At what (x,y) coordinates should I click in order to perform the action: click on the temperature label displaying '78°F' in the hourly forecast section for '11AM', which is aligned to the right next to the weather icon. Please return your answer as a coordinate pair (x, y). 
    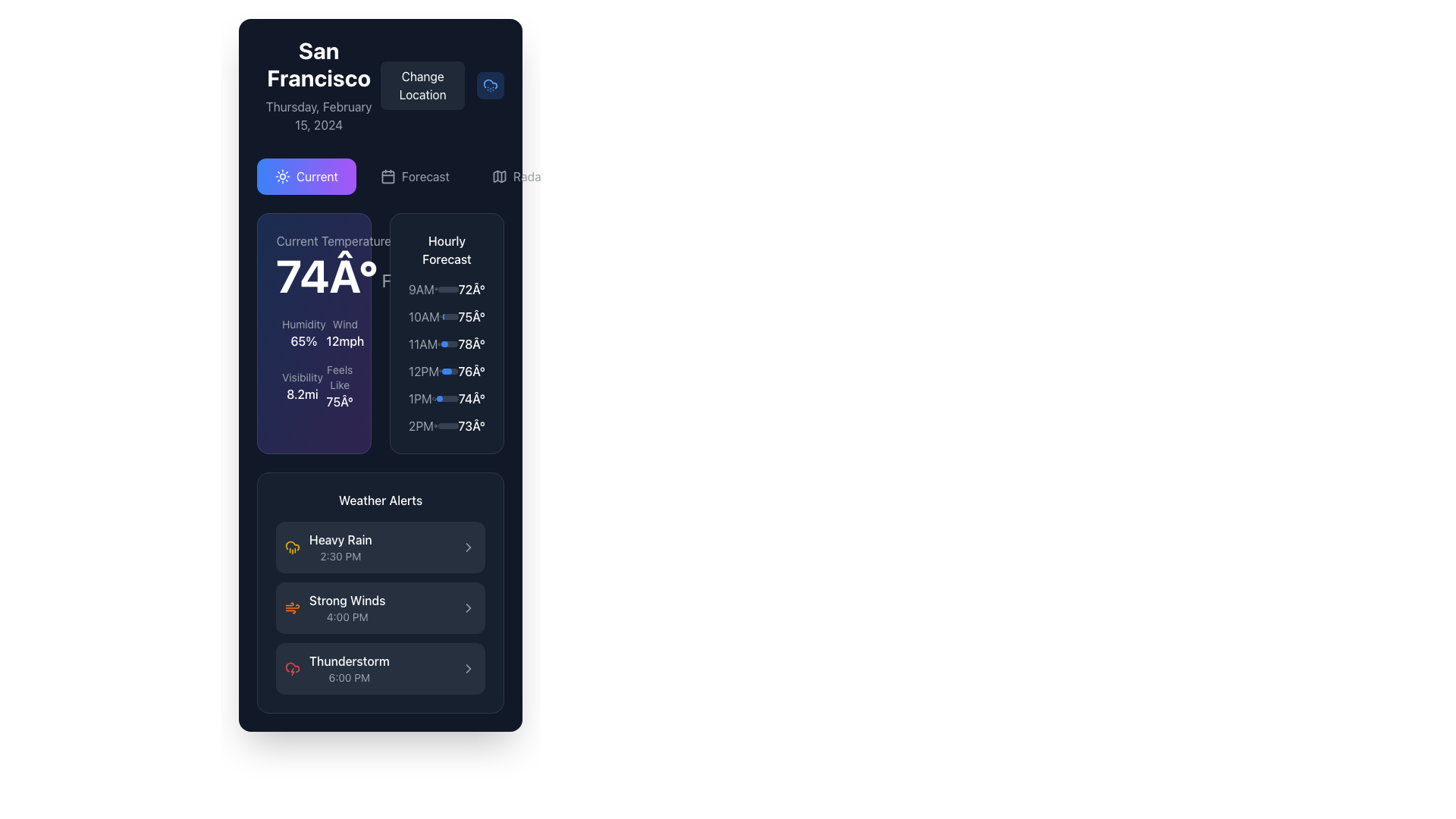
    Looking at the image, I should click on (471, 344).